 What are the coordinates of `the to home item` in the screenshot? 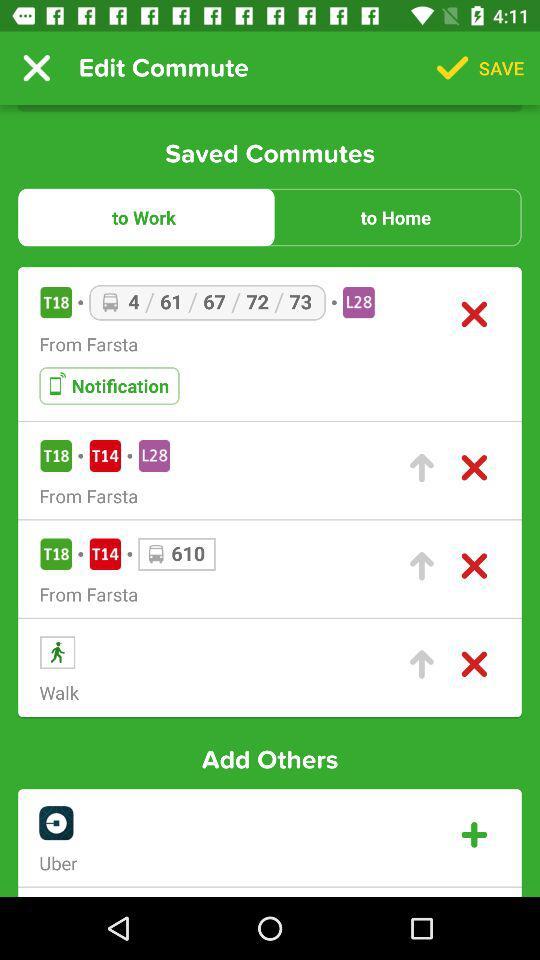 It's located at (395, 217).